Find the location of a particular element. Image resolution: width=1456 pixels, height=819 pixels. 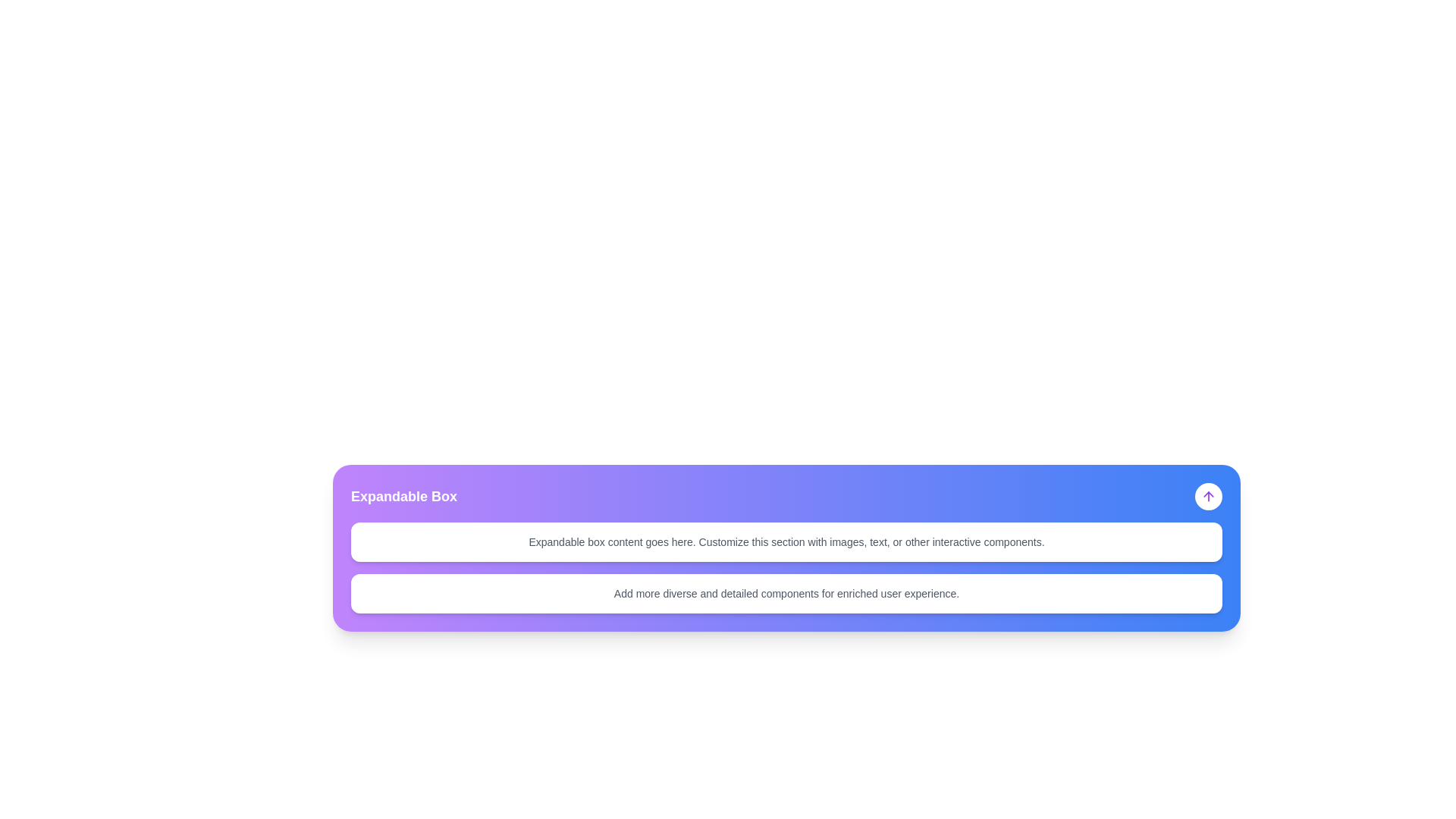

the button located in the top-right corner of the 'Expandable Box' section is located at coordinates (1207, 497).